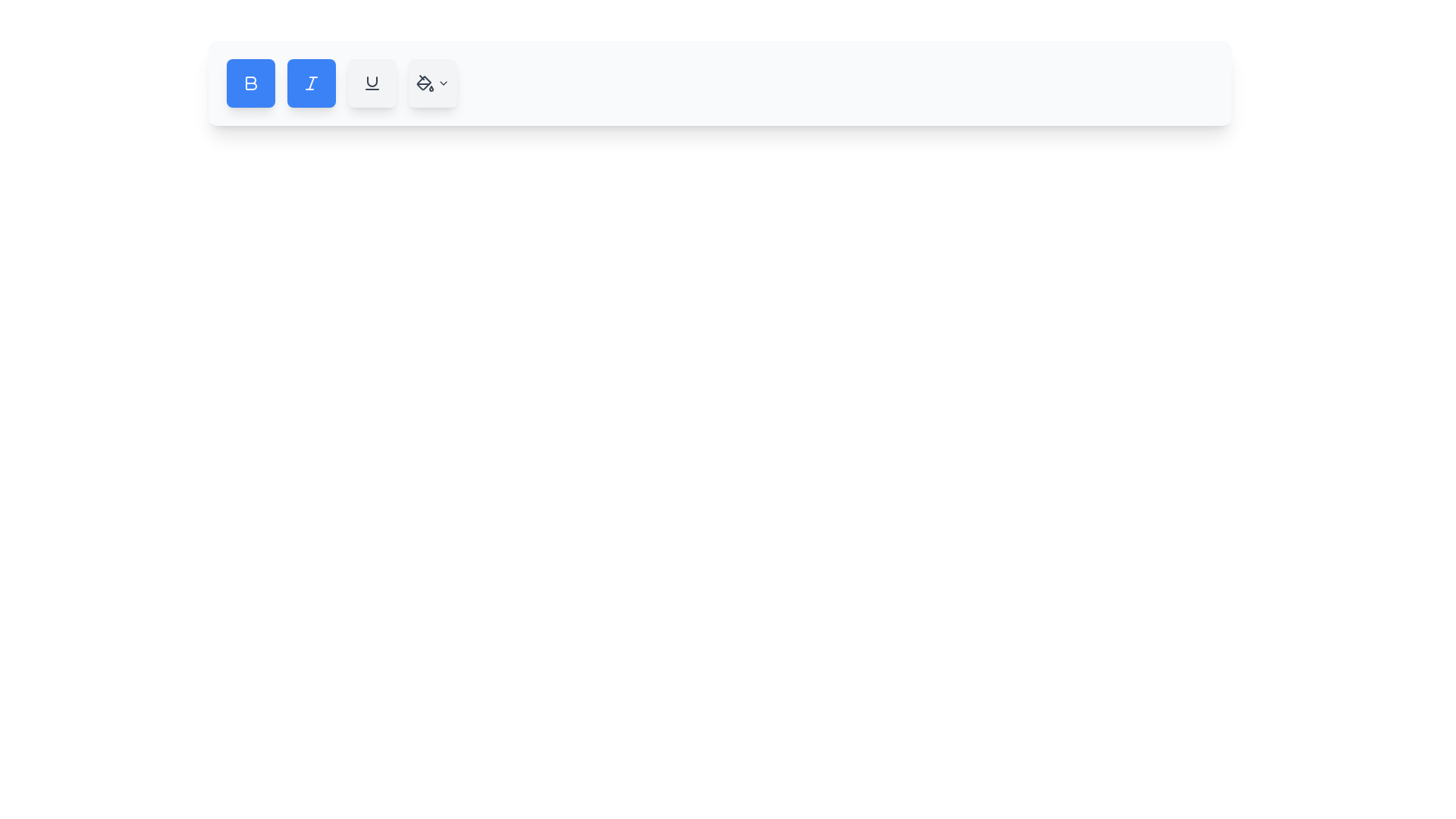  I want to click on the decorative part of the bold text icon located in the third button from the left in the toolbar at the top of the interface, so click(251, 83).